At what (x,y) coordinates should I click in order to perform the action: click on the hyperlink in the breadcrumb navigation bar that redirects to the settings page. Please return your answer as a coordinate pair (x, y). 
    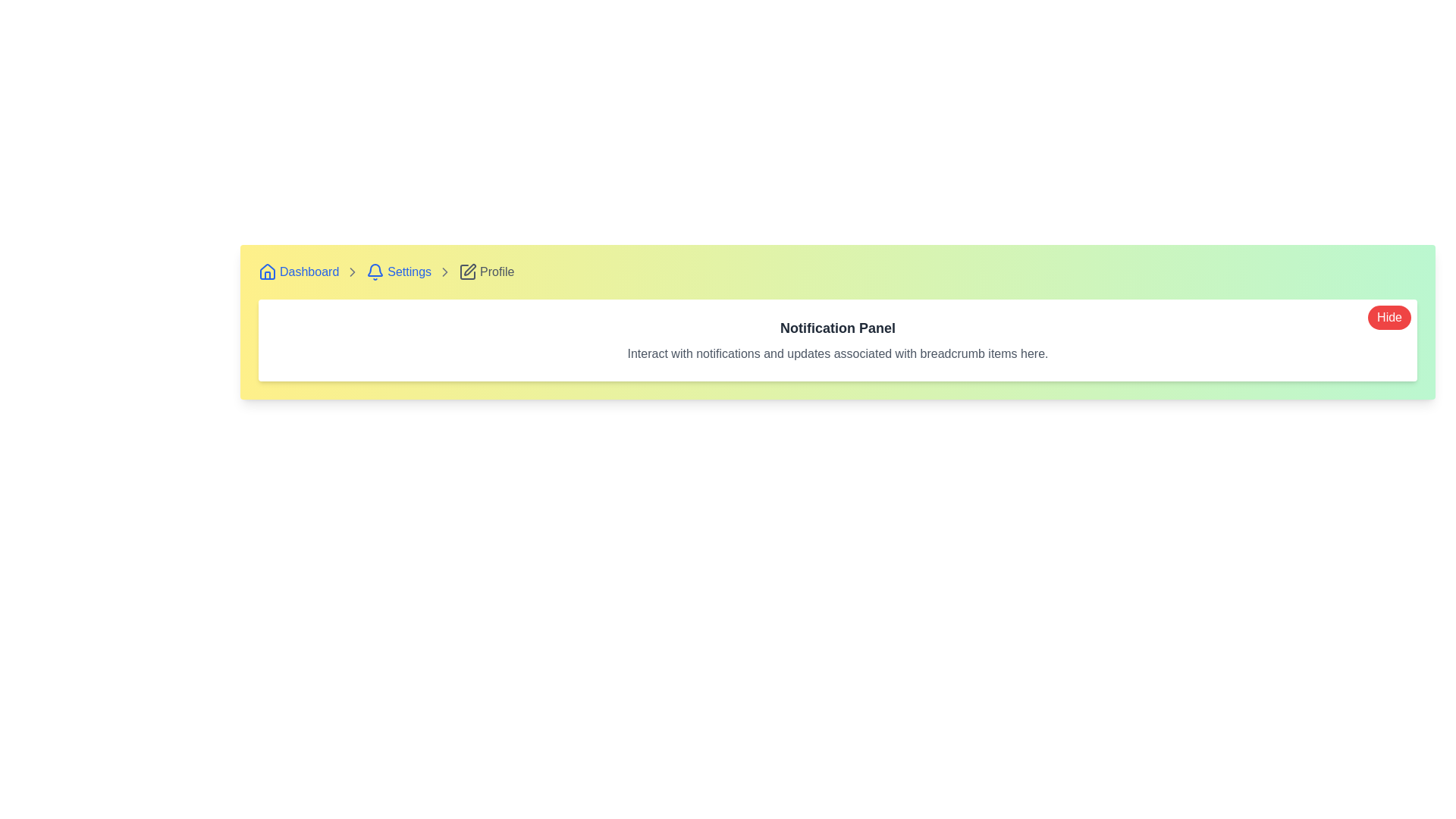
    Looking at the image, I should click on (399, 271).